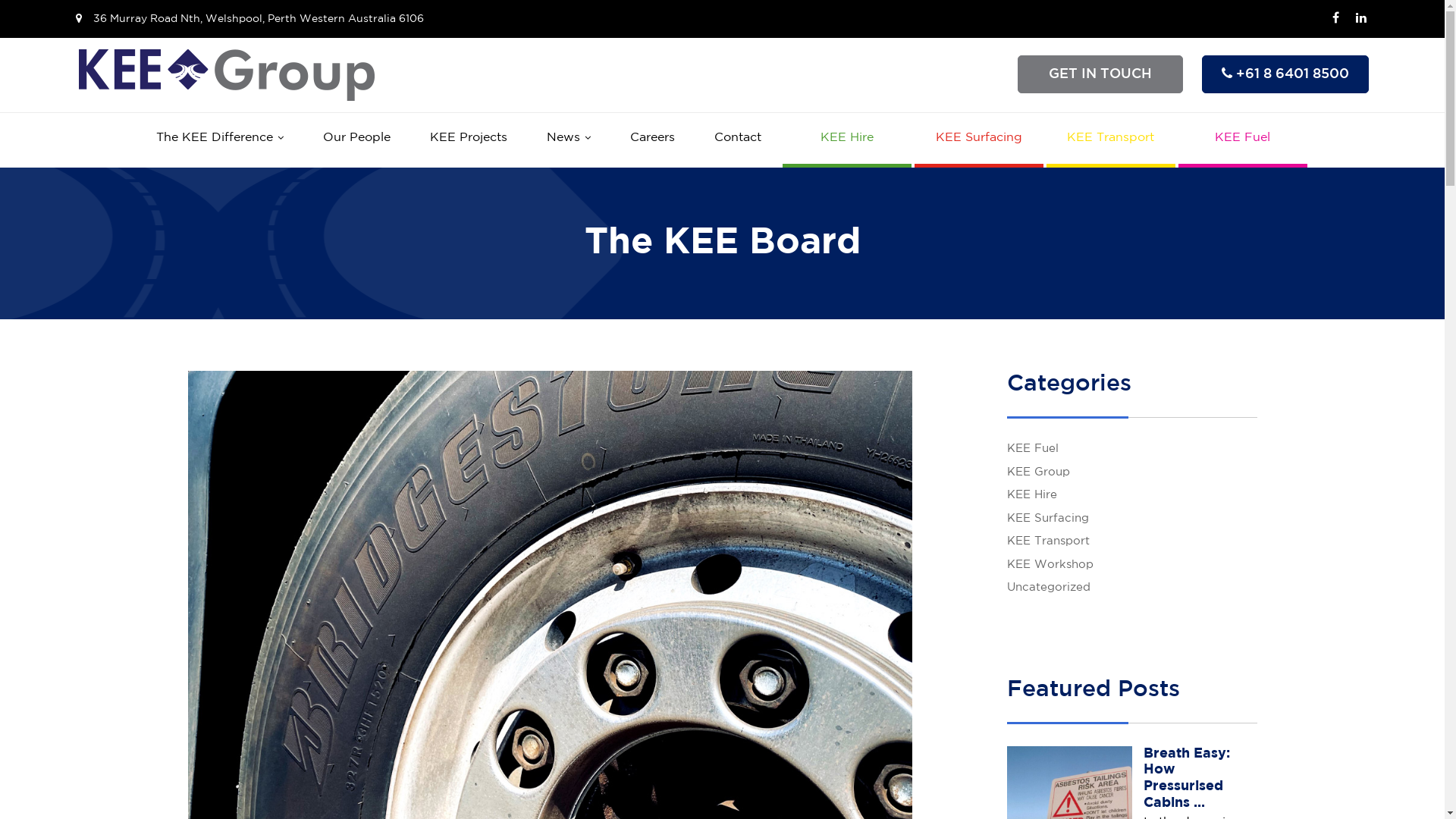  I want to click on 'KEE Surfacing', so click(1047, 517).